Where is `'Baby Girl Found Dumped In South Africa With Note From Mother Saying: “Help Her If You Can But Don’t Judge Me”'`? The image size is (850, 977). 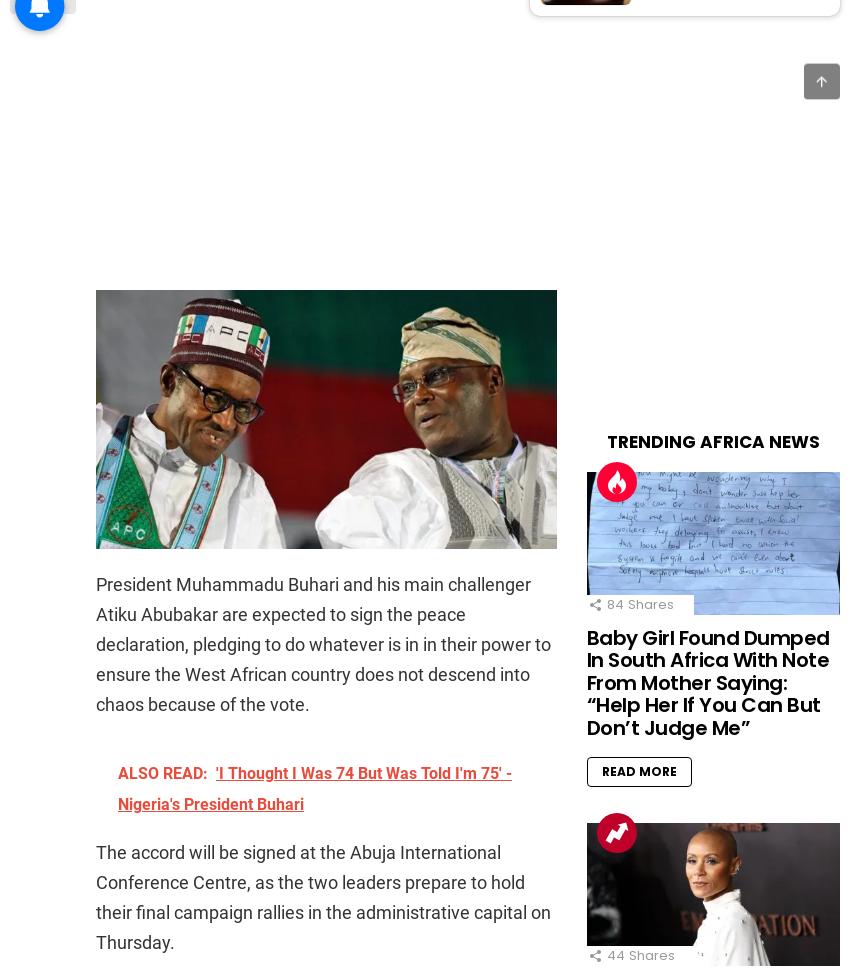 'Baby Girl Found Dumped In South Africa With Note From Mother Saying: “Help Her If You Can But Don’t Judge Me”' is located at coordinates (706, 682).